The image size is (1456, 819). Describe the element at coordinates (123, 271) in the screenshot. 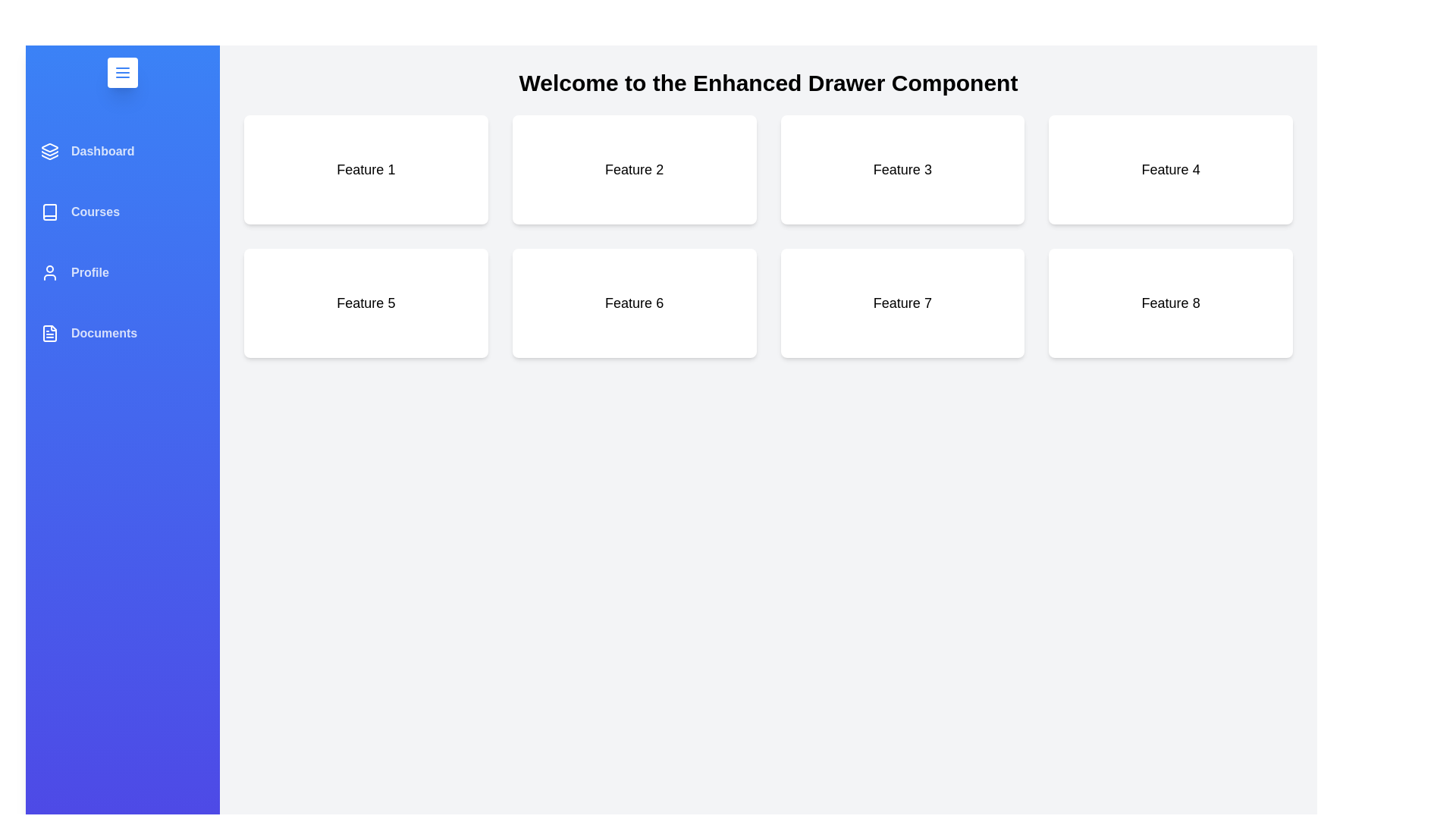

I see `the menu item Profile from the drawer` at that location.